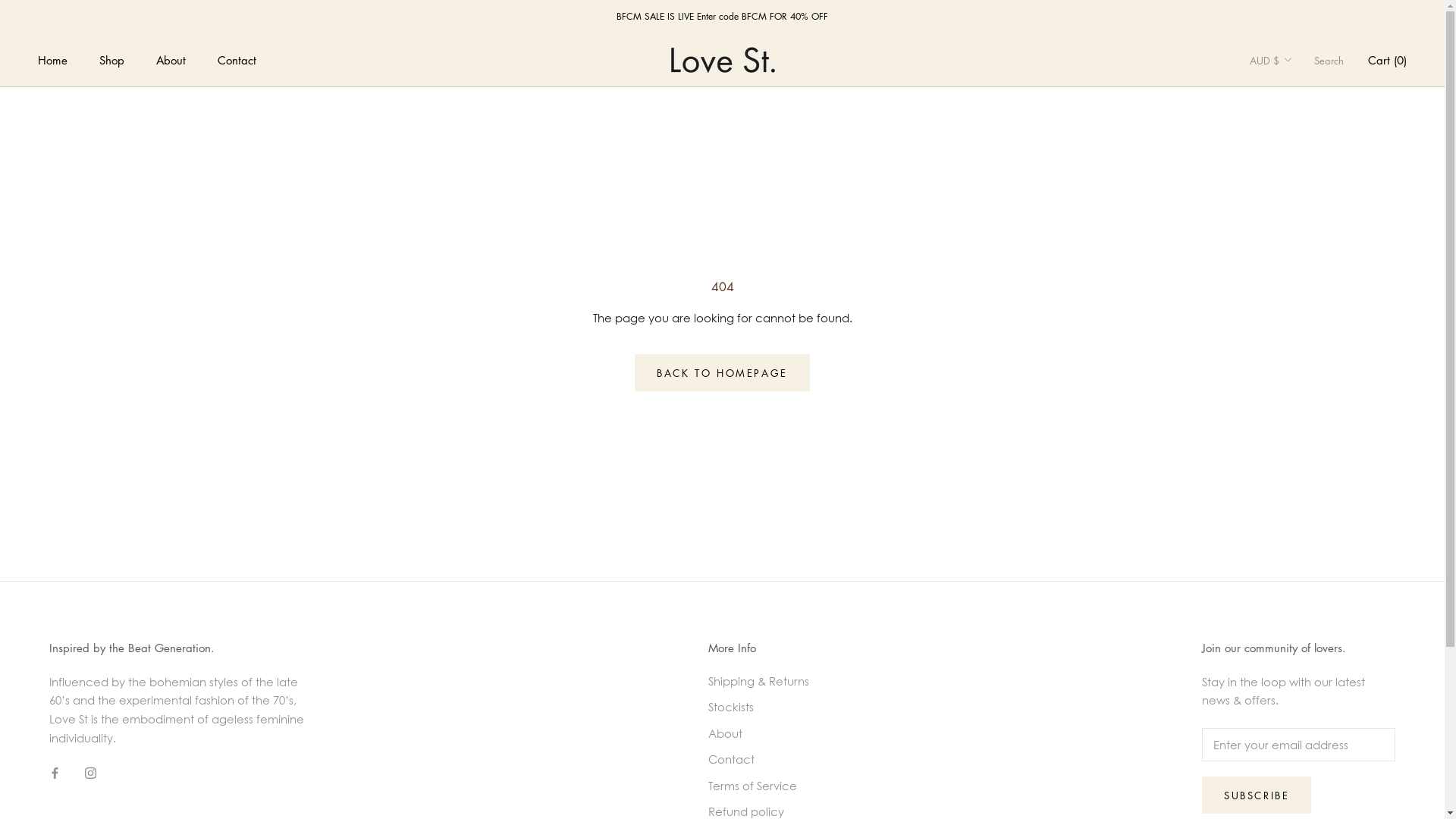  I want to click on 'BACK TO HOMEPAGE', so click(721, 372).